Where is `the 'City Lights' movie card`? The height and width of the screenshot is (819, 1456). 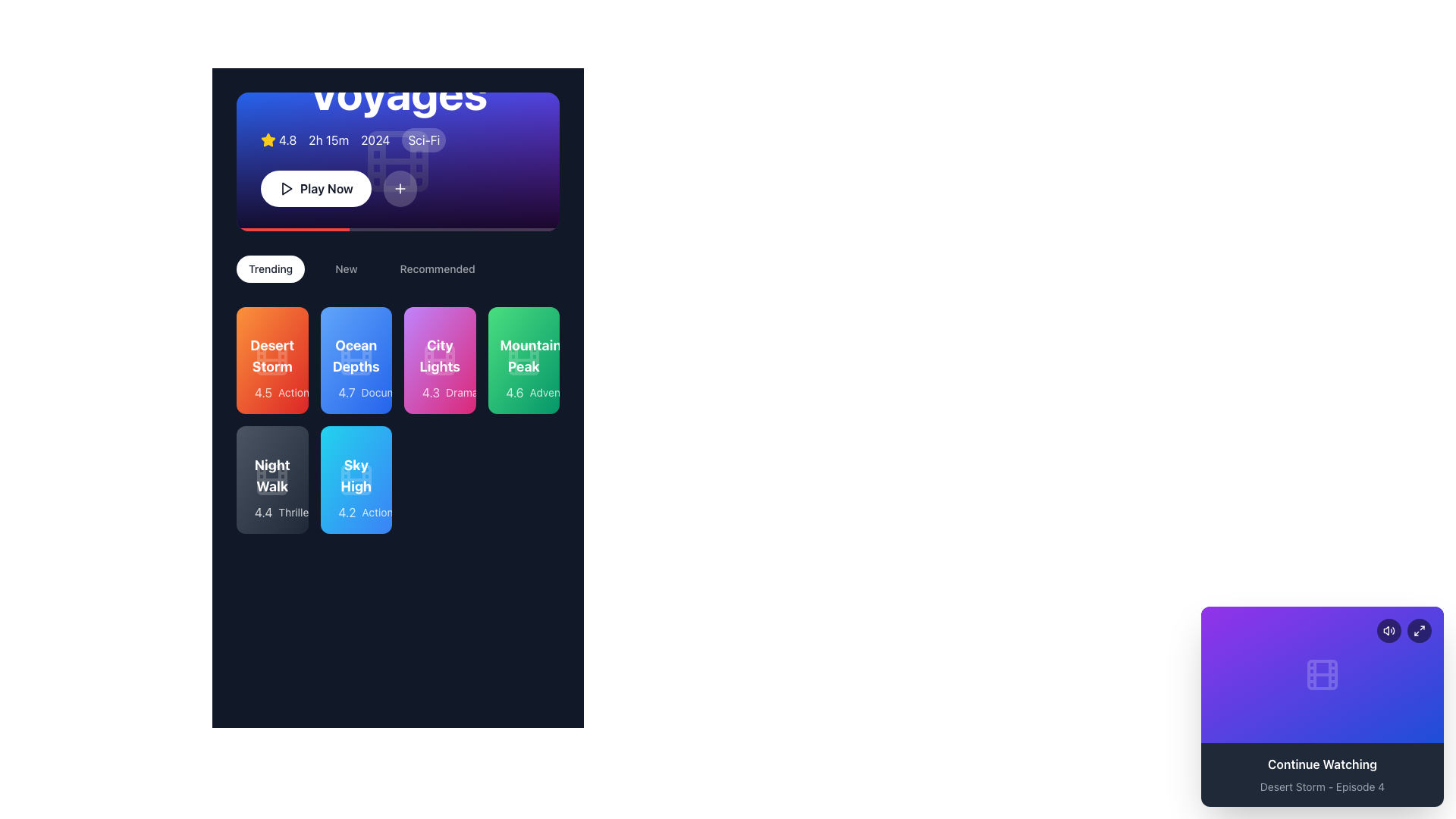 the 'City Lights' movie card is located at coordinates (439, 360).